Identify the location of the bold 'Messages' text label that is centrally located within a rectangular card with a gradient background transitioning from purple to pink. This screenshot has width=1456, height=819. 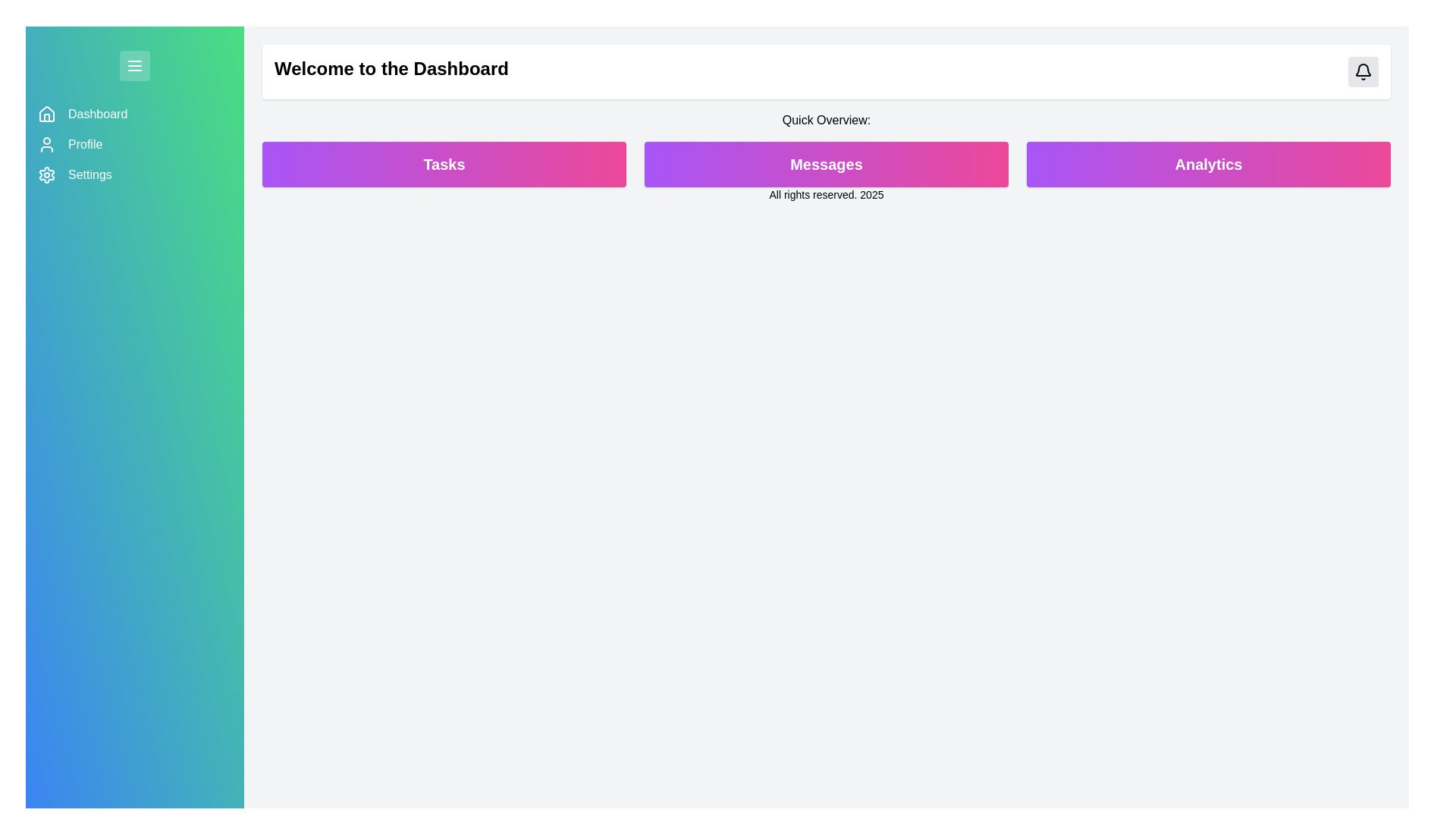
(825, 164).